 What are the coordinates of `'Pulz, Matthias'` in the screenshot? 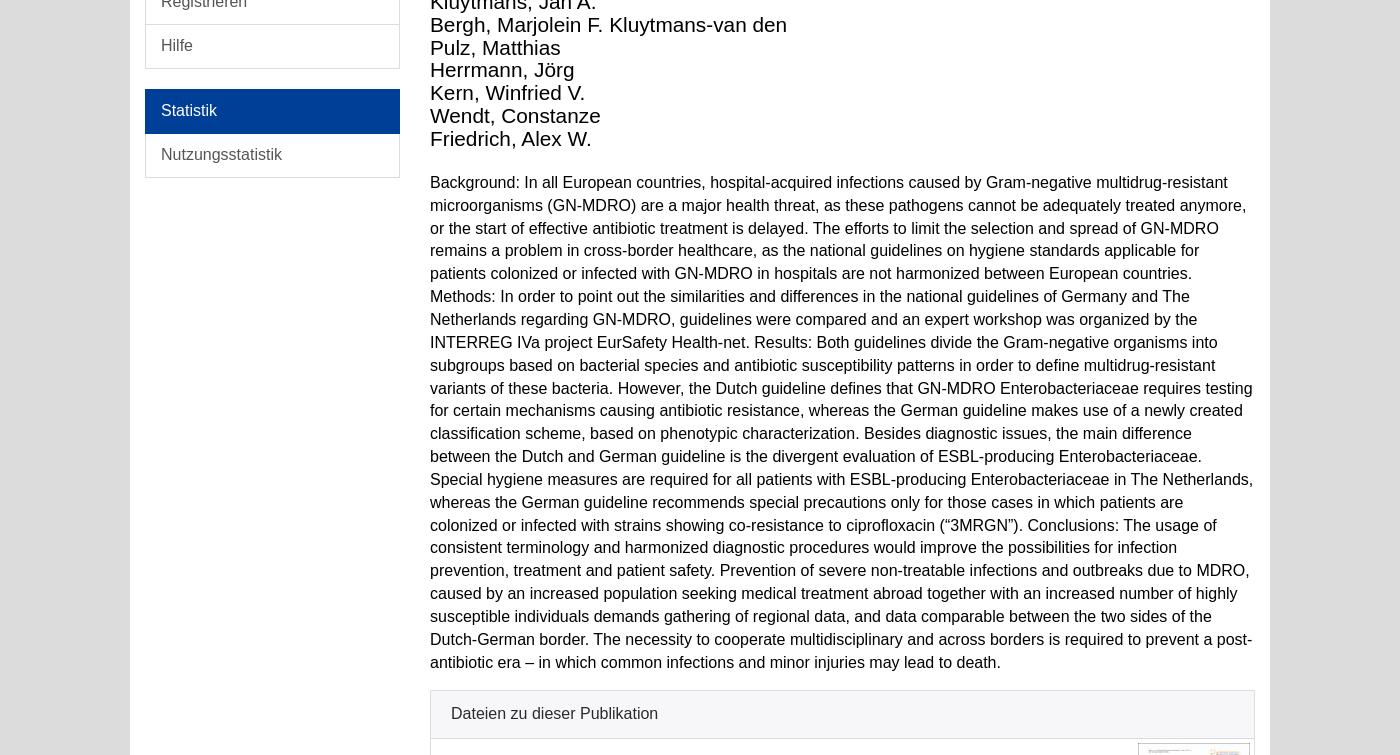 It's located at (429, 46).